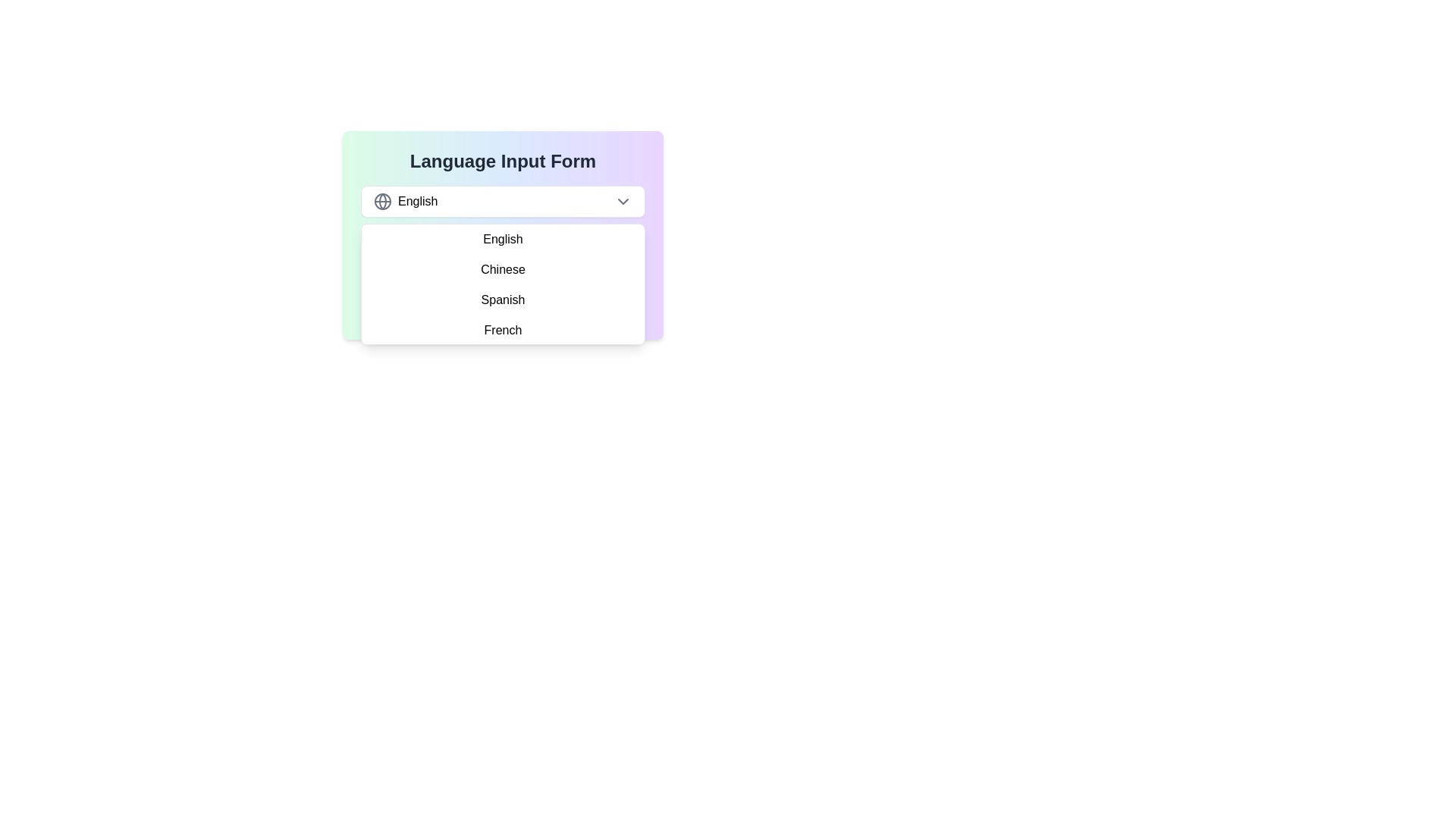  What do you see at coordinates (405, 201) in the screenshot?
I see `the 'English' label next to the globe icon in the dropdown list` at bounding box center [405, 201].